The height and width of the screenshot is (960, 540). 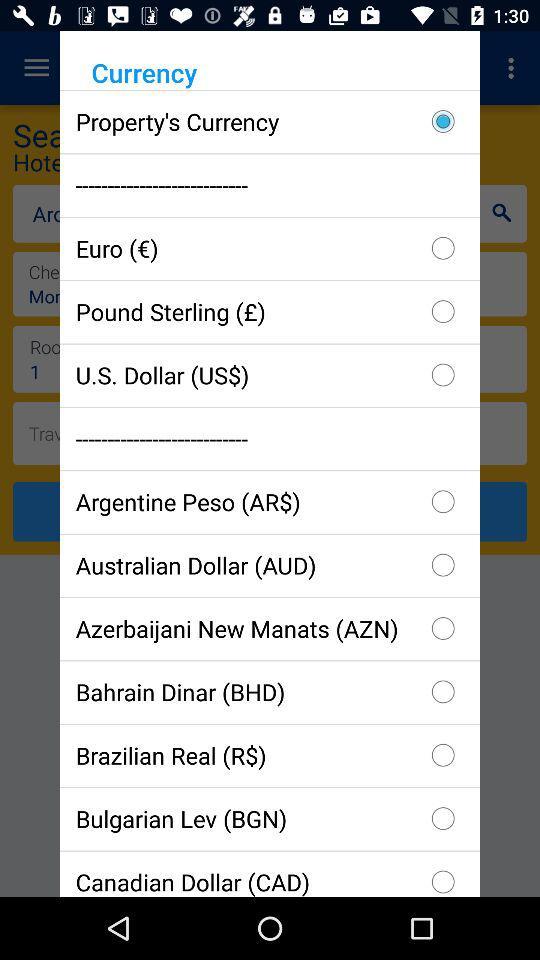 What do you see at coordinates (270, 185) in the screenshot?
I see `--------------------------- checkbox` at bounding box center [270, 185].